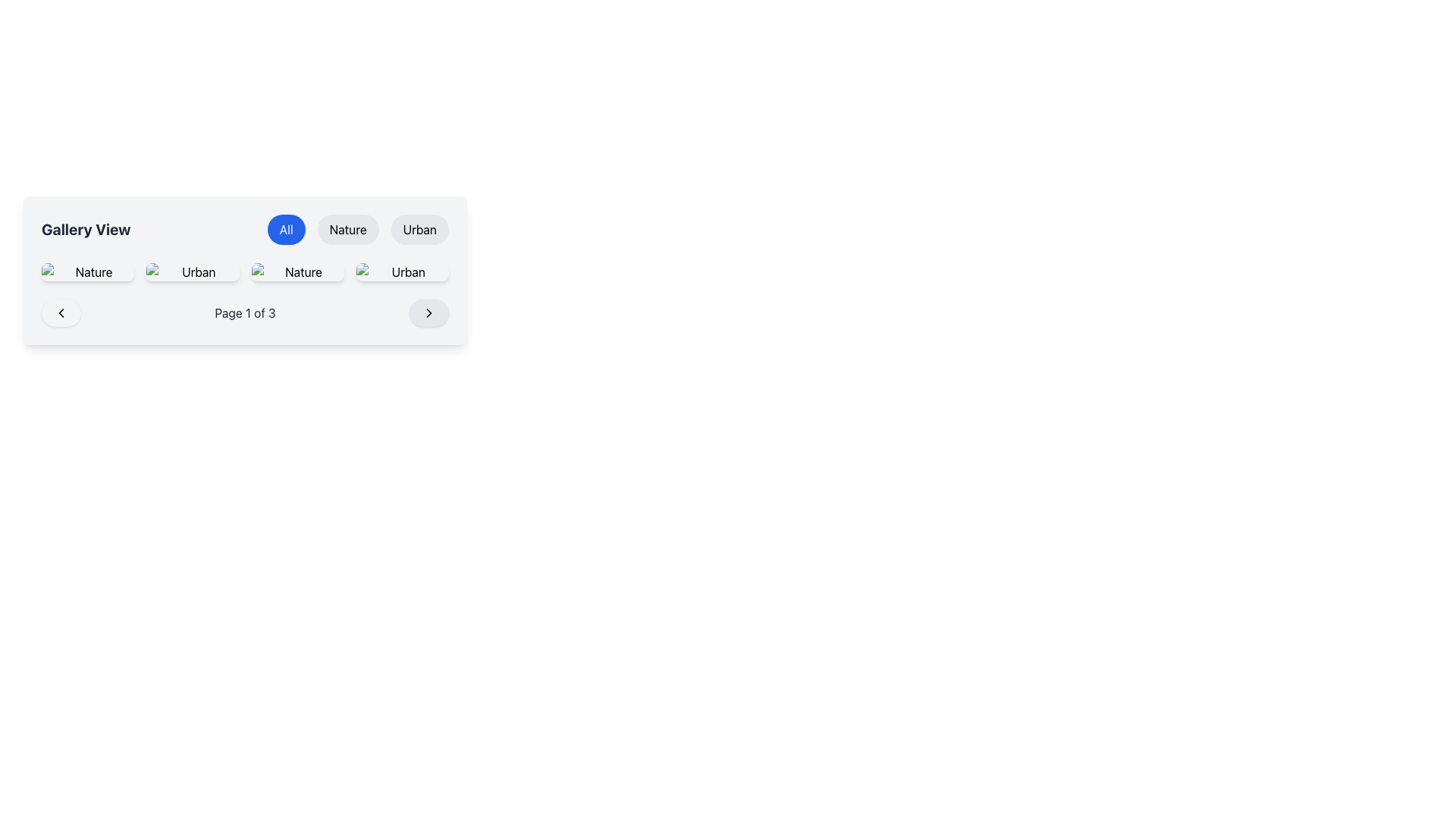 The image size is (1456, 819). What do you see at coordinates (61, 312) in the screenshot?
I see `the downward-pointing chevron arrow icon within the circular icon located in the lower-left corner of the content card` at bounding box center [61, 312].